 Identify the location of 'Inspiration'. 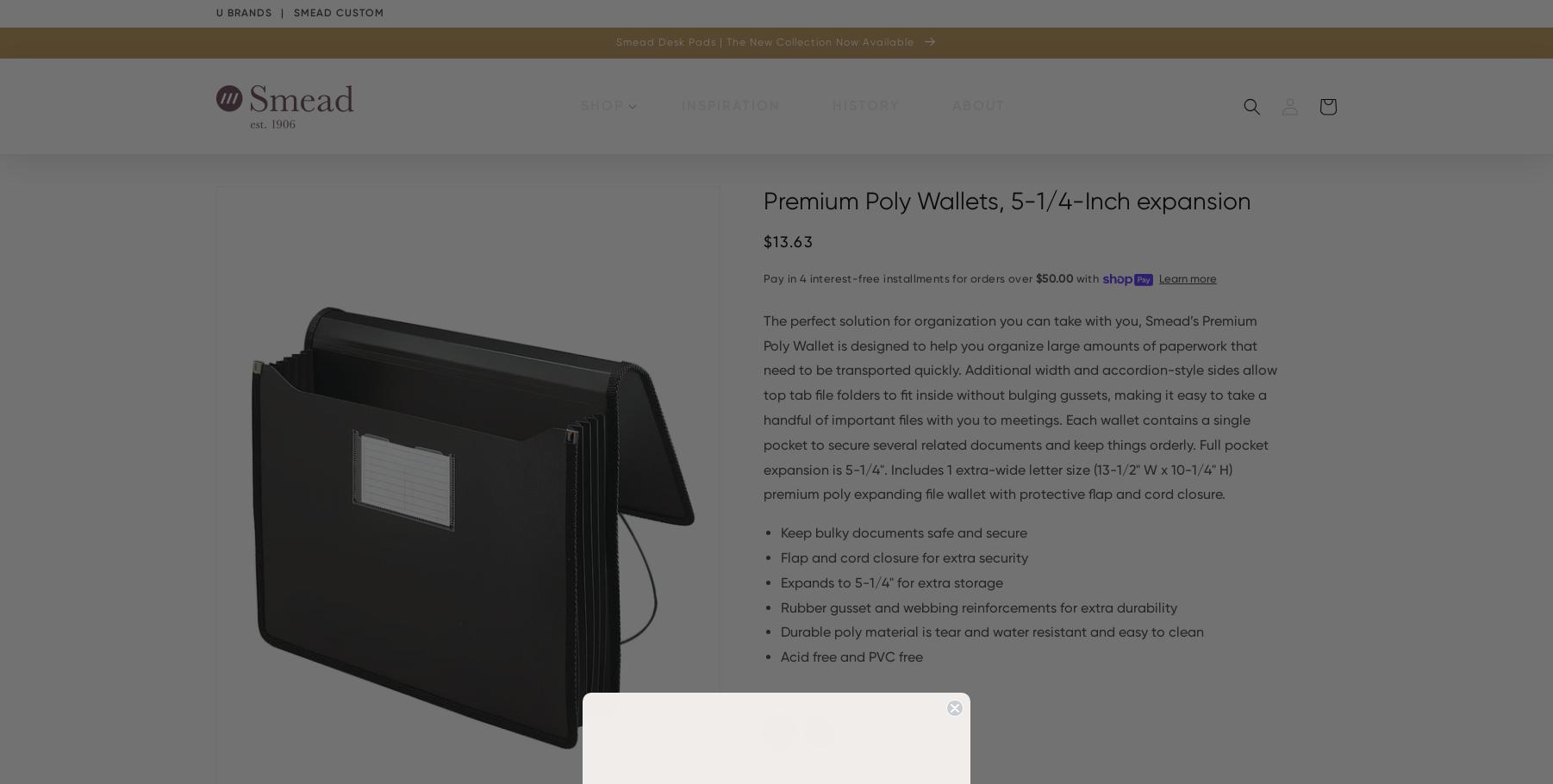
(731, 105).